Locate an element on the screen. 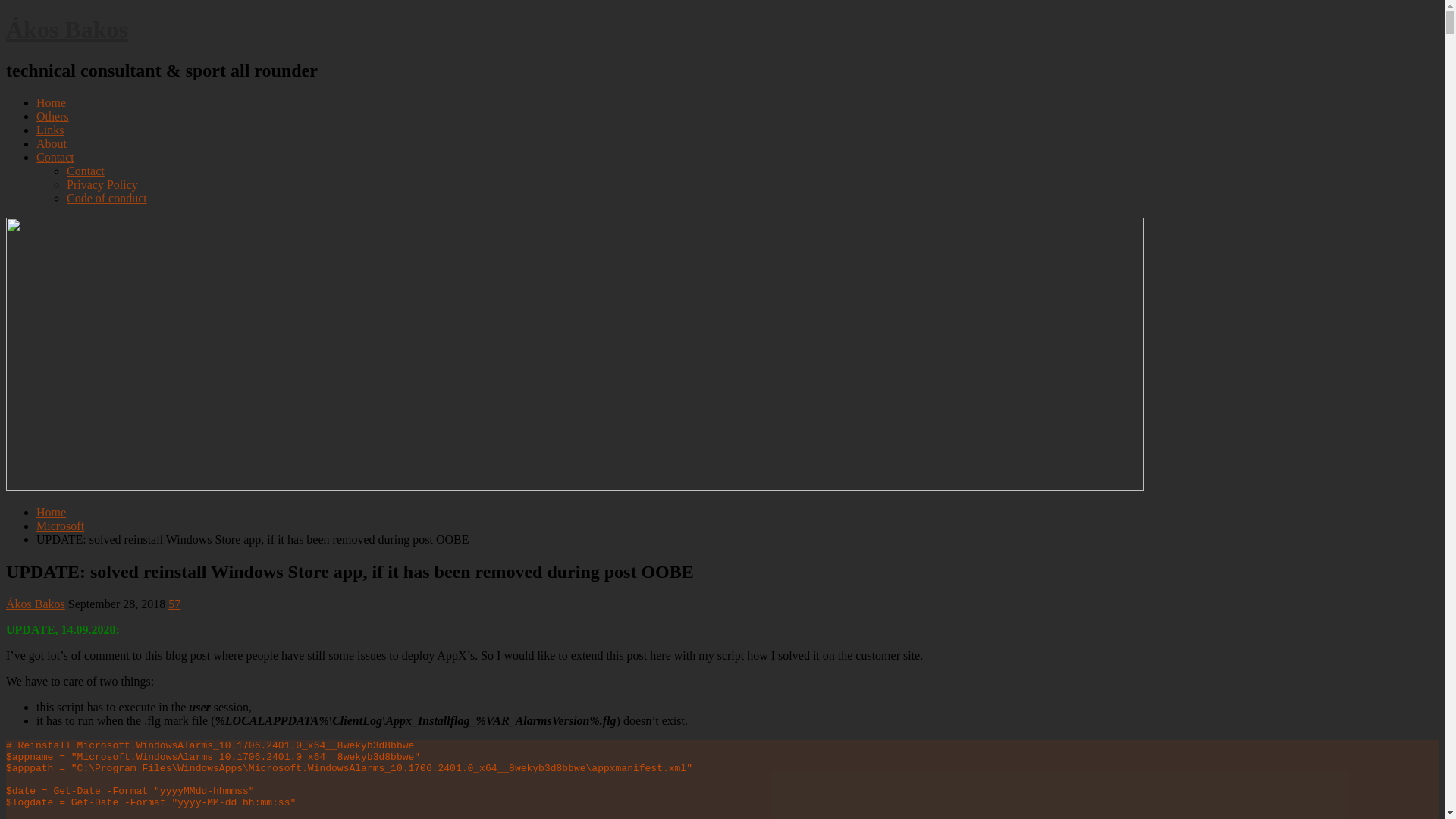 Image resolution: width=1456 pixels, height=819 pixels. '57' is located at coordinates (174, 603).